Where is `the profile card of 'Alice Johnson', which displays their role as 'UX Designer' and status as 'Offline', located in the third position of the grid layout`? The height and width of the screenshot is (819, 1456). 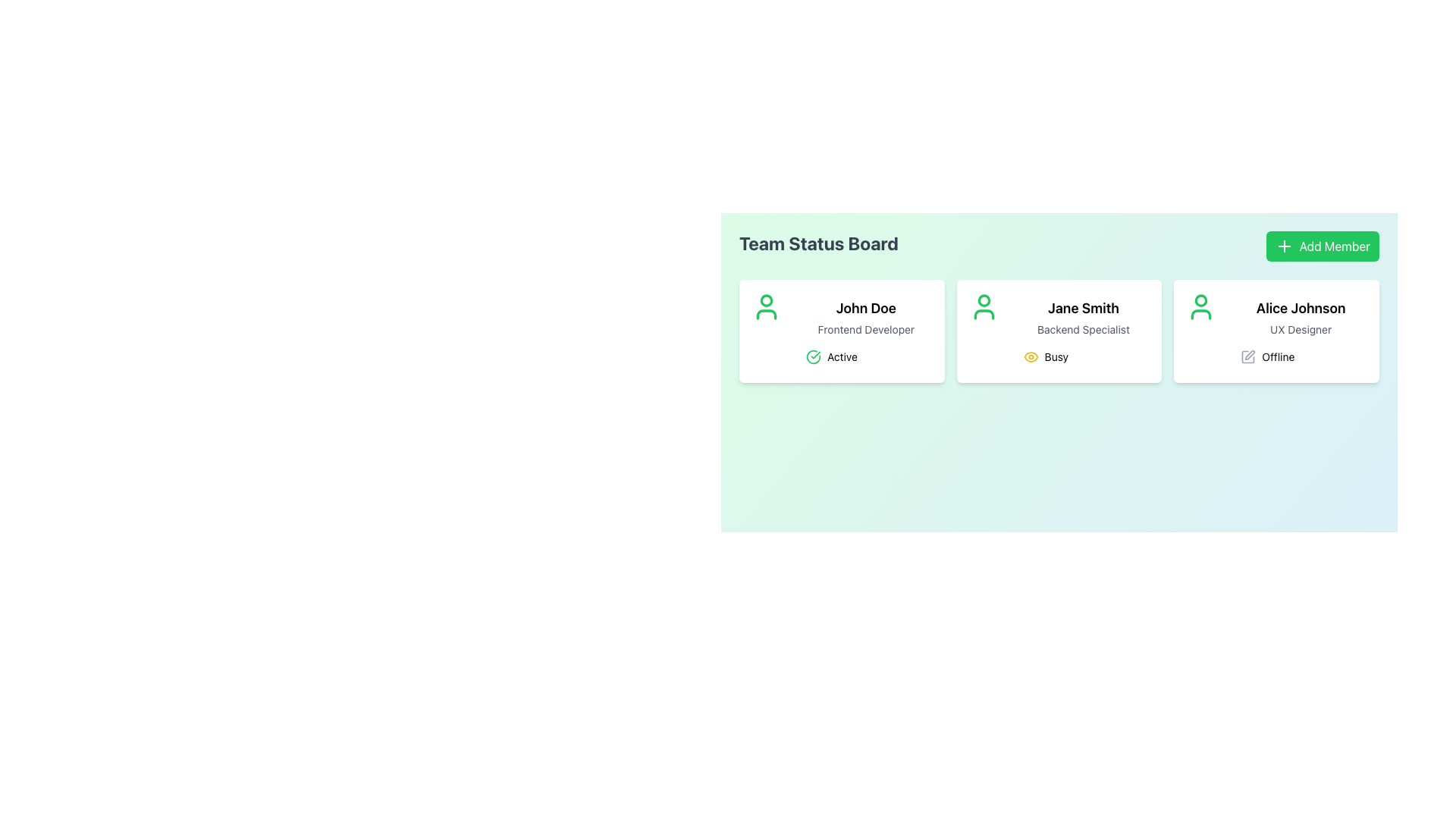 the profile card of 'Alice Johnson', which displays their role as 'UX Designer' and status as 'Offline', located in the third position of the grid layout is located at coordinates (1276, 330).